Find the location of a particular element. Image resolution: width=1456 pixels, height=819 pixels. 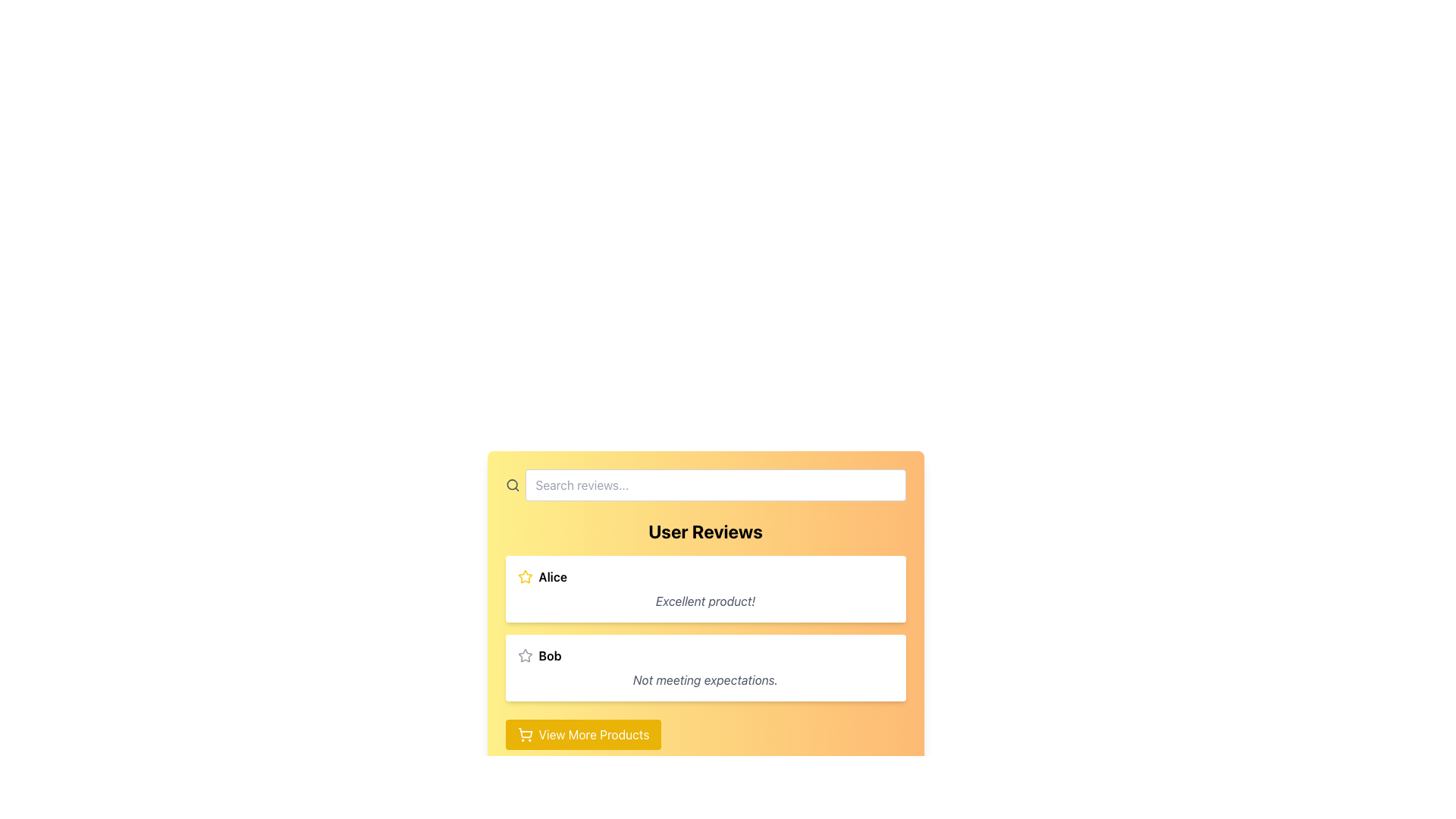

the gray star icon indicating inactivity, which is positioned to the left of the name 'Bob' in the second review item of the 'User Reviews' section is located at coordinates (525, 654).